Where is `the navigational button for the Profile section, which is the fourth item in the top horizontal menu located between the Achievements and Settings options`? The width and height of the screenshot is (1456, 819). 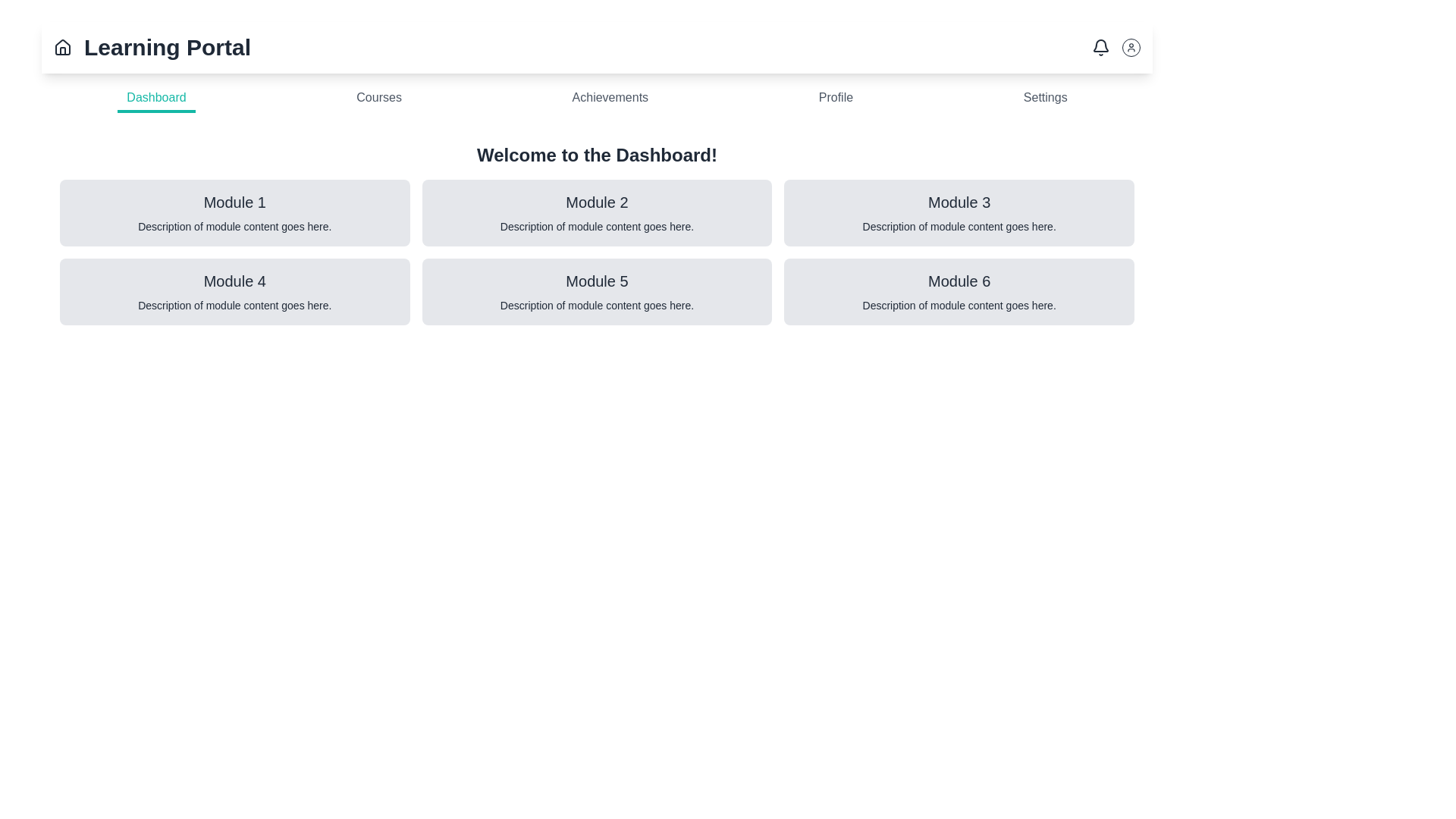 the navigational button for the Profile section, which is the fourth item in the top horizontal menu located between the Achievements and Settings options is located at coordinates (835, 99).